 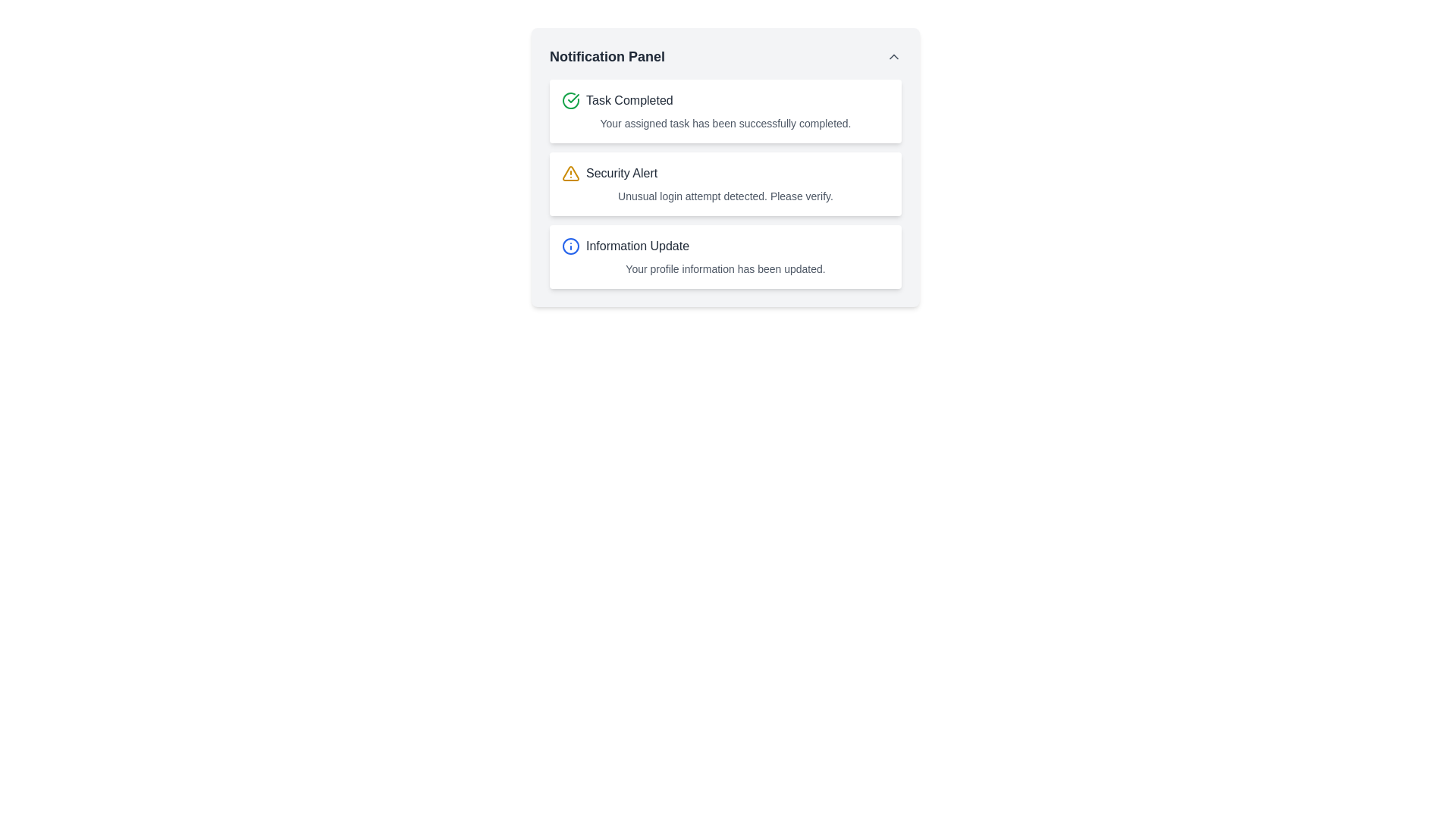 What do you see at coordinates (570, 245) in the screenshot?
I see `the 'Information Update' icon located to the left of the text in the third row of the notification panel` at bounding box center [570, 245].